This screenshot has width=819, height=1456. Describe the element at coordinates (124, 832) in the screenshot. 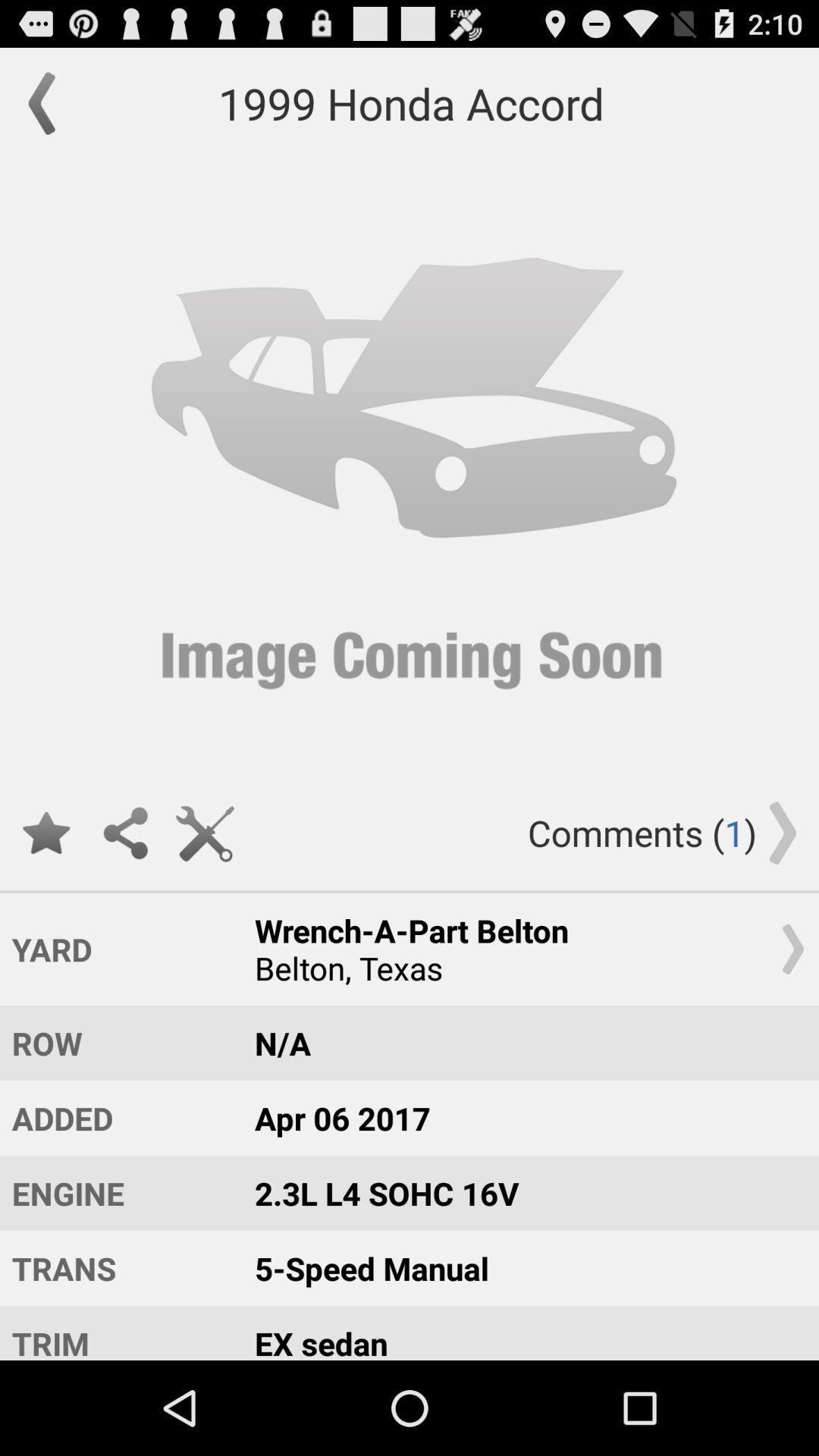

I see `share article` at that location.